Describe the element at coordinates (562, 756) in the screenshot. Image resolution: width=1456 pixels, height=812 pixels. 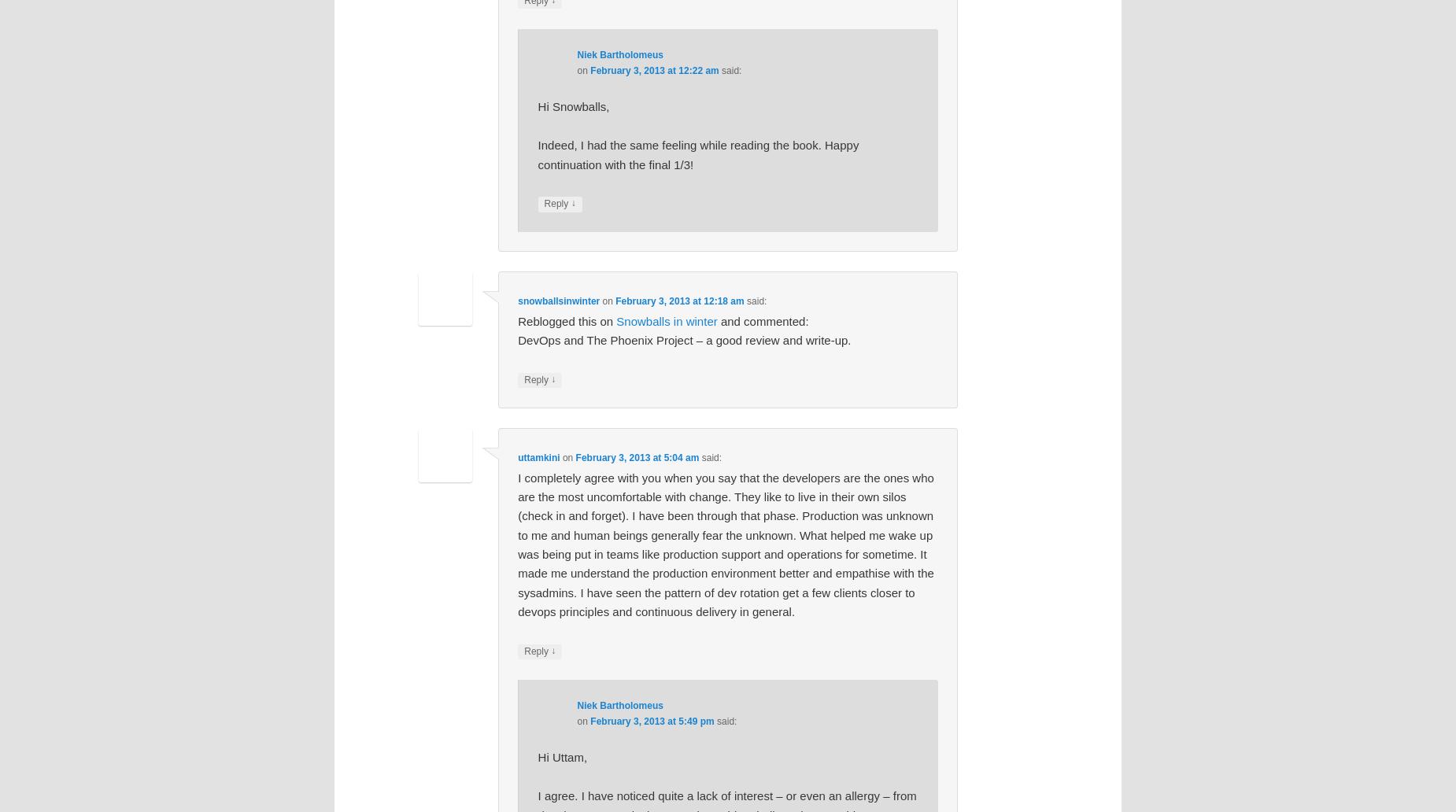
I see `'Hi Uttam,'` at that location.